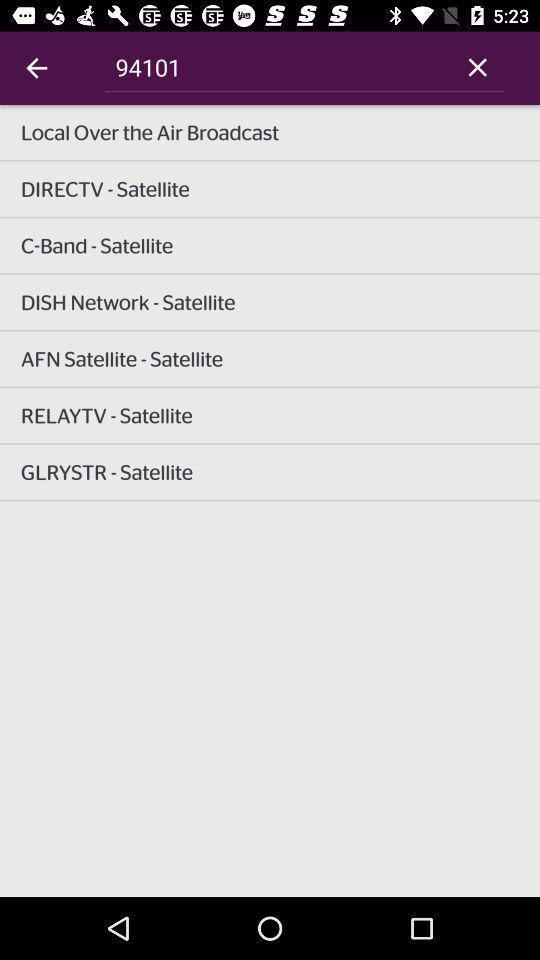 The image size is (540, 960). I want to click on icon next to 94101 icon, so click(476, 67).